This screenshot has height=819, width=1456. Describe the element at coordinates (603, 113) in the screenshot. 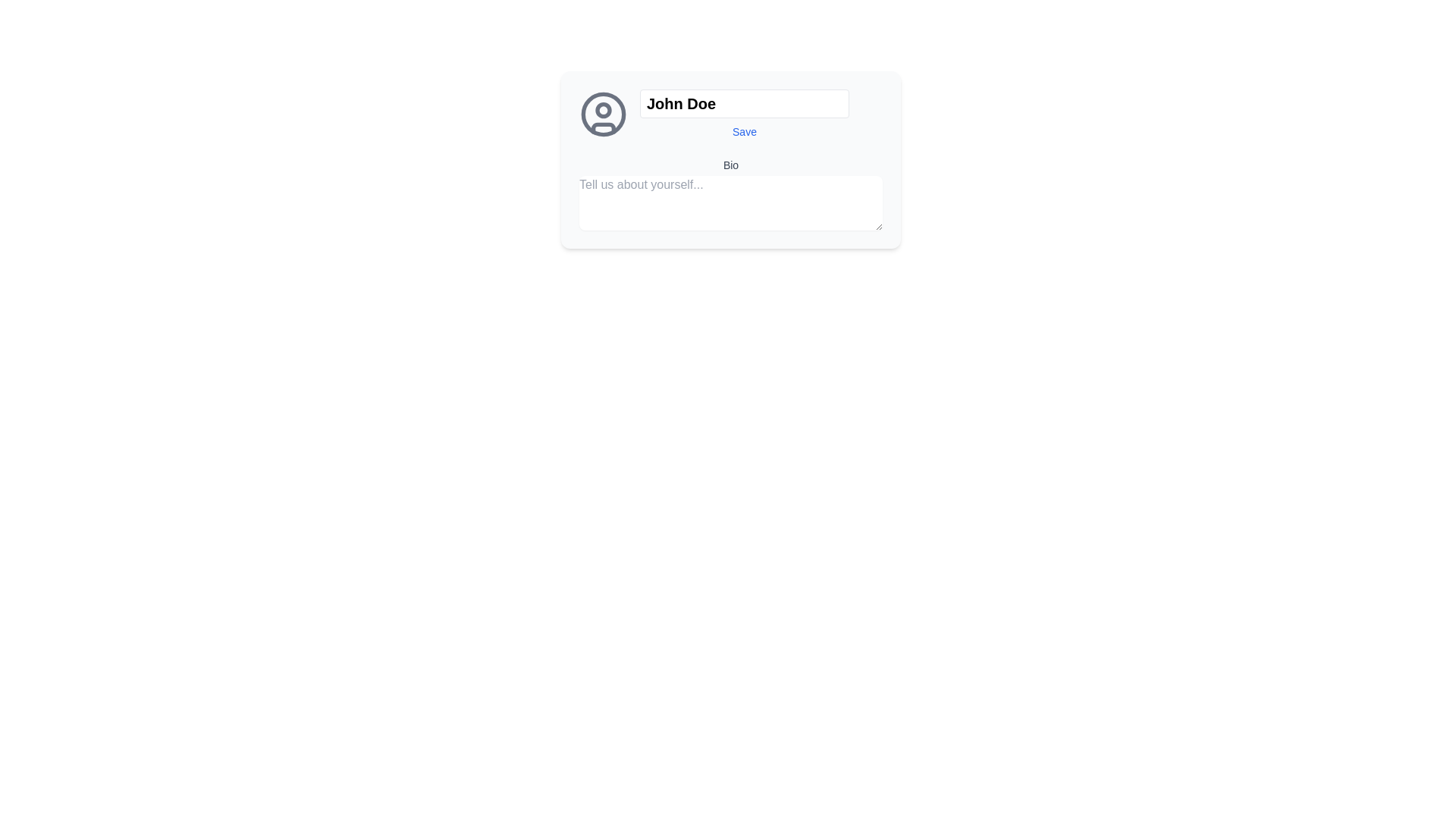

I see `the larger circular border of the user avatar graphic within the SVG illustration` at that location.